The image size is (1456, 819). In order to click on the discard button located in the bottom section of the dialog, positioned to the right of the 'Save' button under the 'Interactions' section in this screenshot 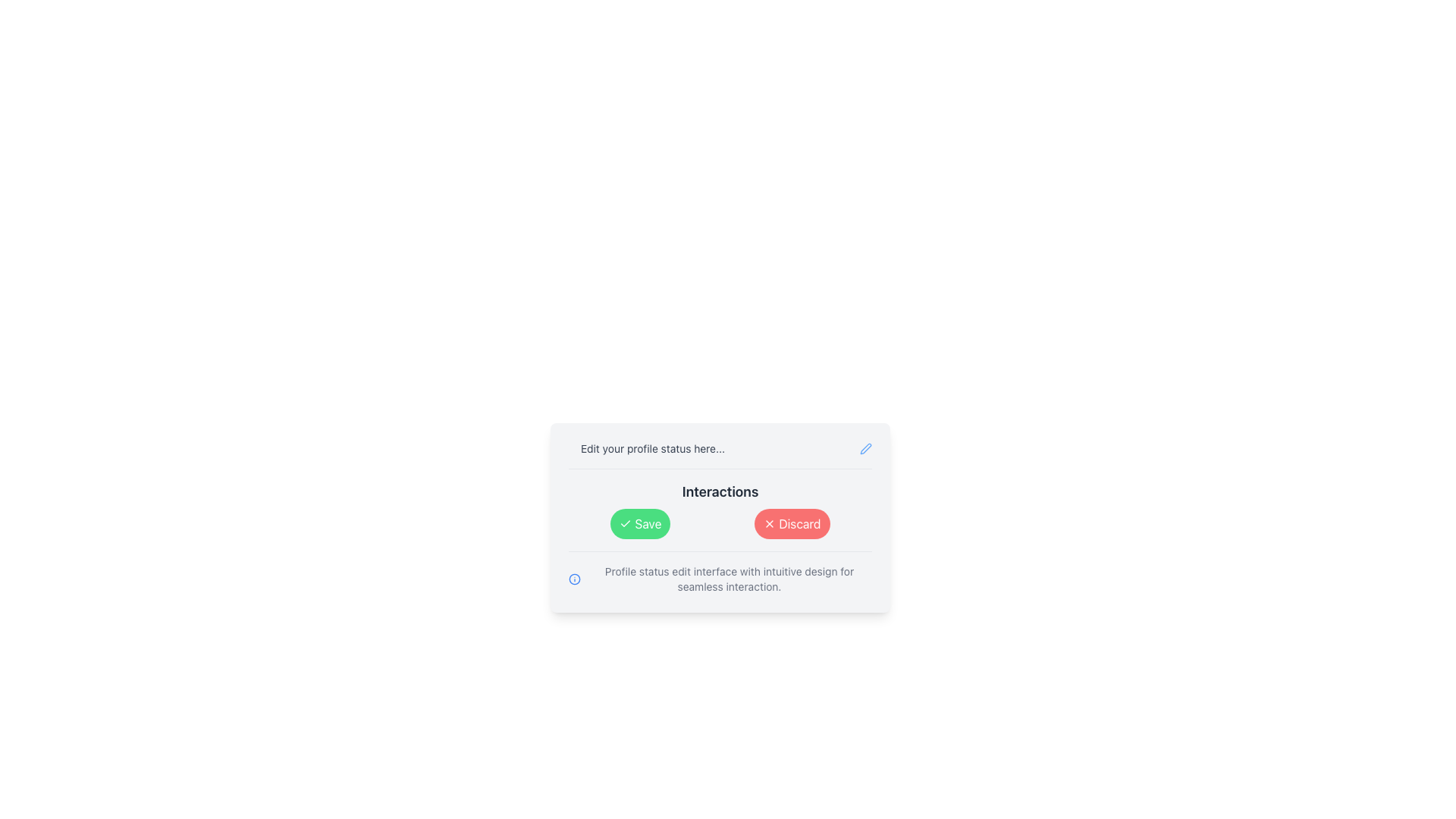, I will do `click(791, 522)`.